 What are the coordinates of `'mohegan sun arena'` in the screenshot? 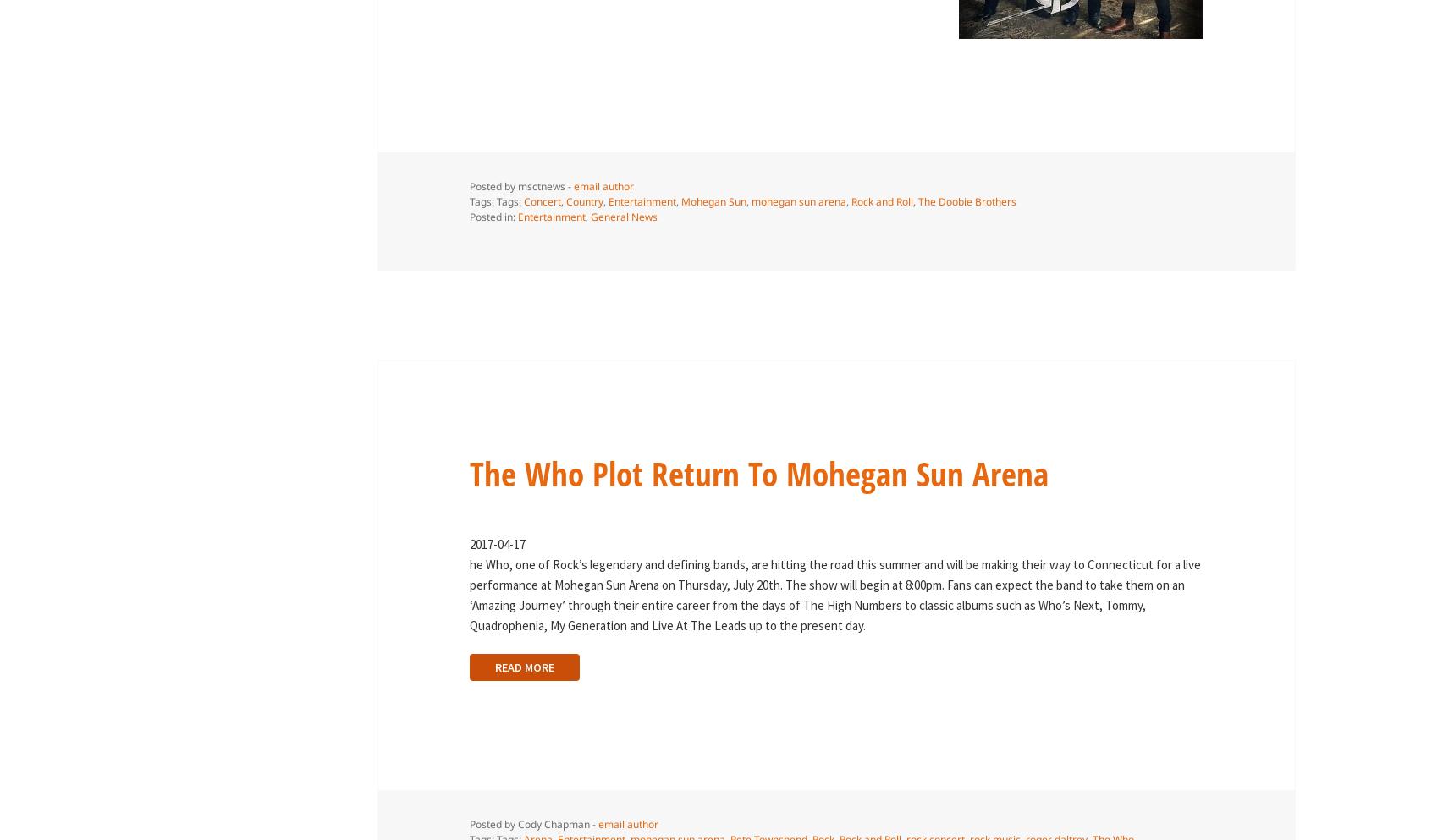 It's located at (797, 200).